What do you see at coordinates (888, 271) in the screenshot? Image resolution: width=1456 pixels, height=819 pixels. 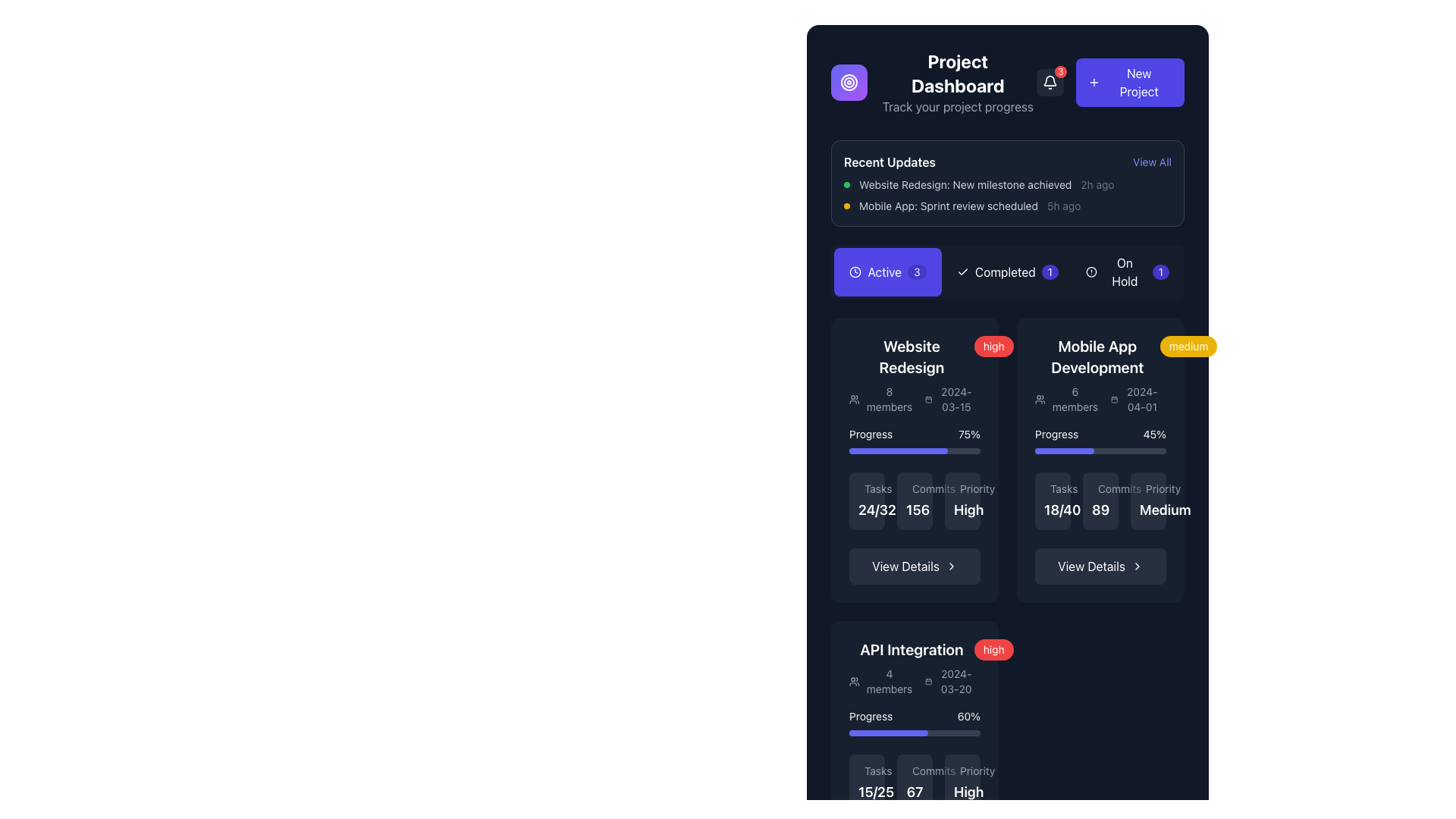 I see `the 'Active' filter button in the 'Recent Updates' section` at bounding box center [888, 271].